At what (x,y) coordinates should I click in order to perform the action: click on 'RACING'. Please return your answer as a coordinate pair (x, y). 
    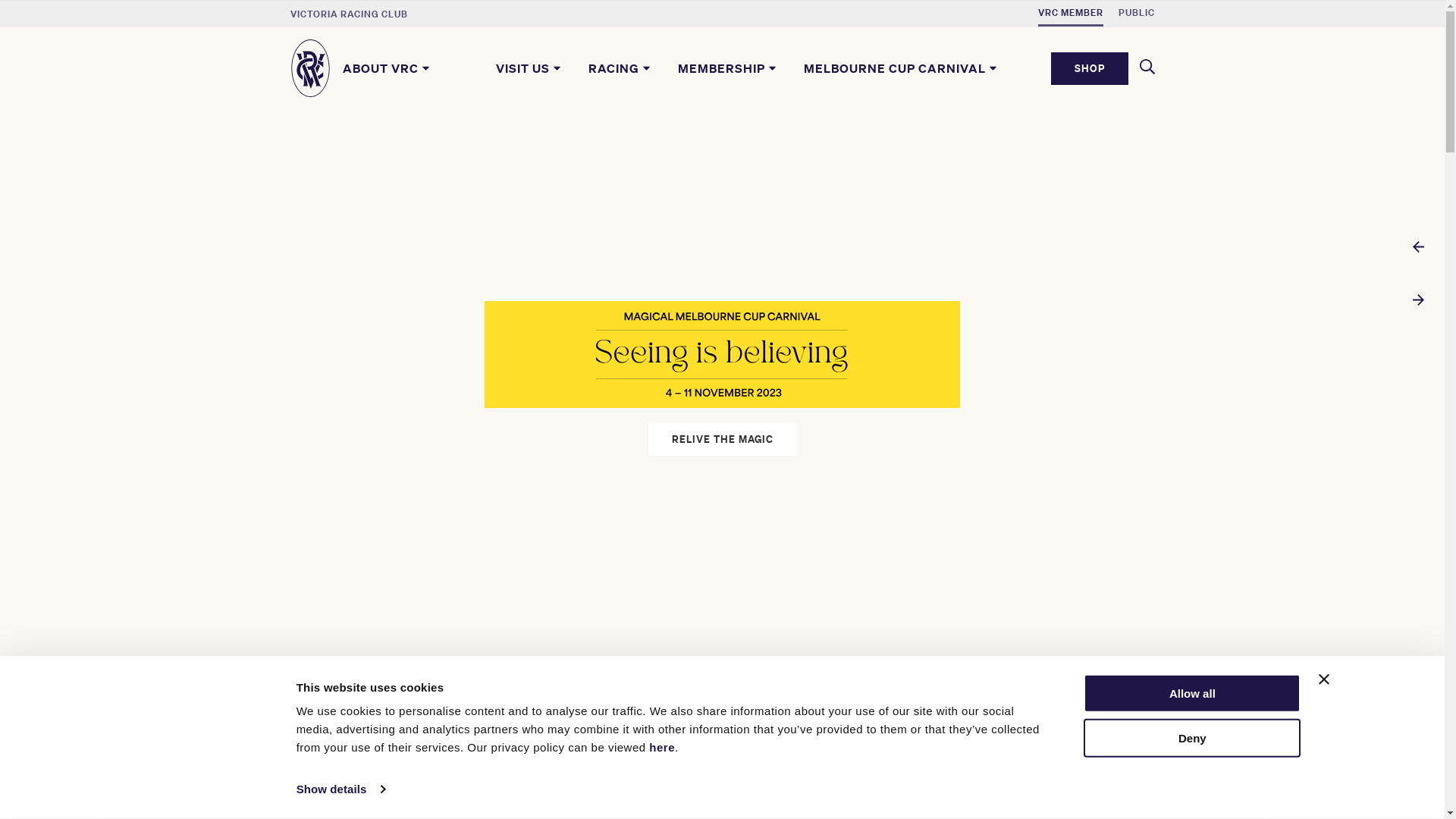
    Looking at the image, I should click on (621, 67).